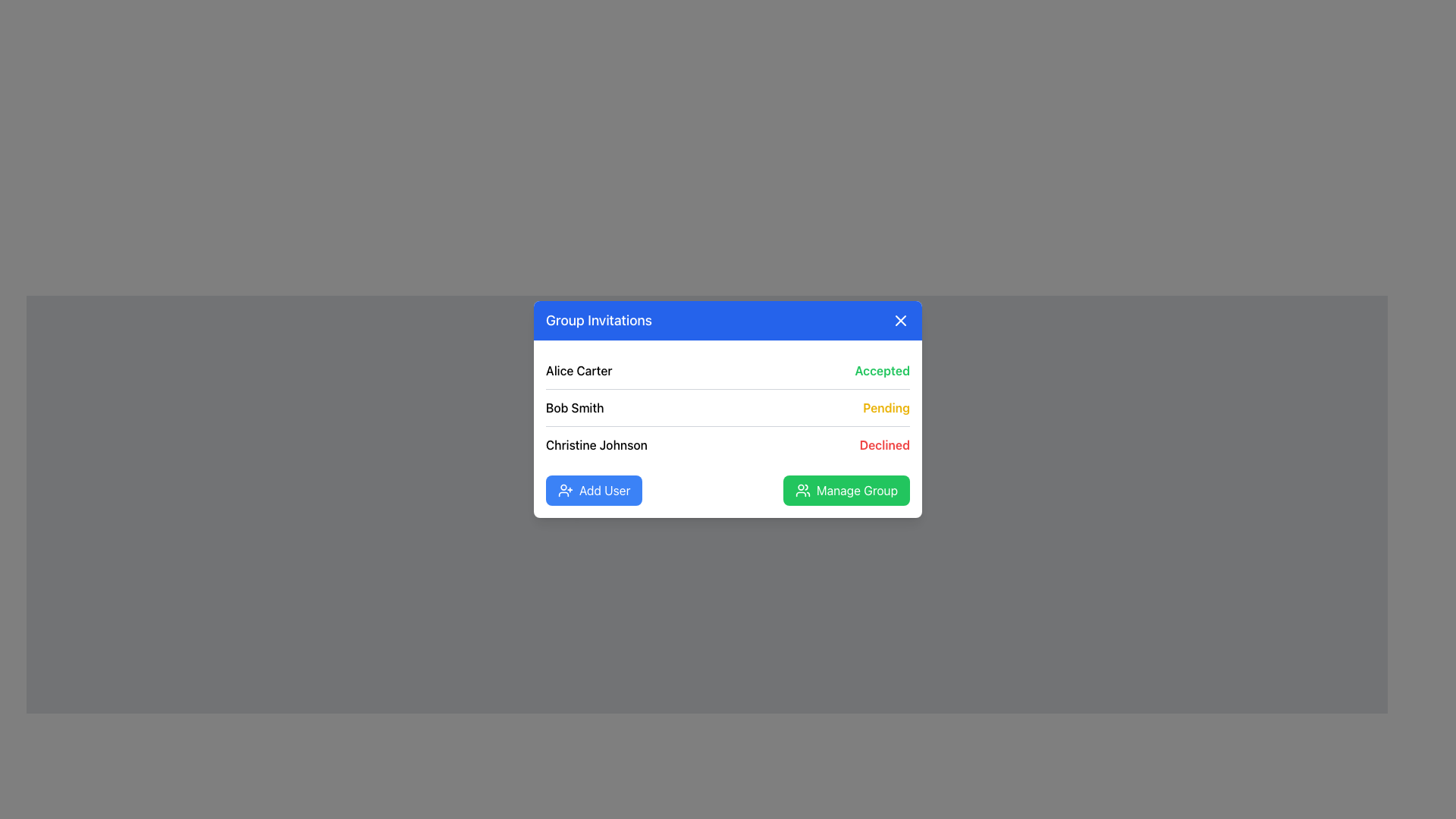 This screenshot has height=819, width=1456. Describe the element at coordinates (802, 491) in the screenshot. I see `the group of users SVG icon, which is part of the 'Manage Group' button located at the bottom-right of the modal dialog box` at that location.